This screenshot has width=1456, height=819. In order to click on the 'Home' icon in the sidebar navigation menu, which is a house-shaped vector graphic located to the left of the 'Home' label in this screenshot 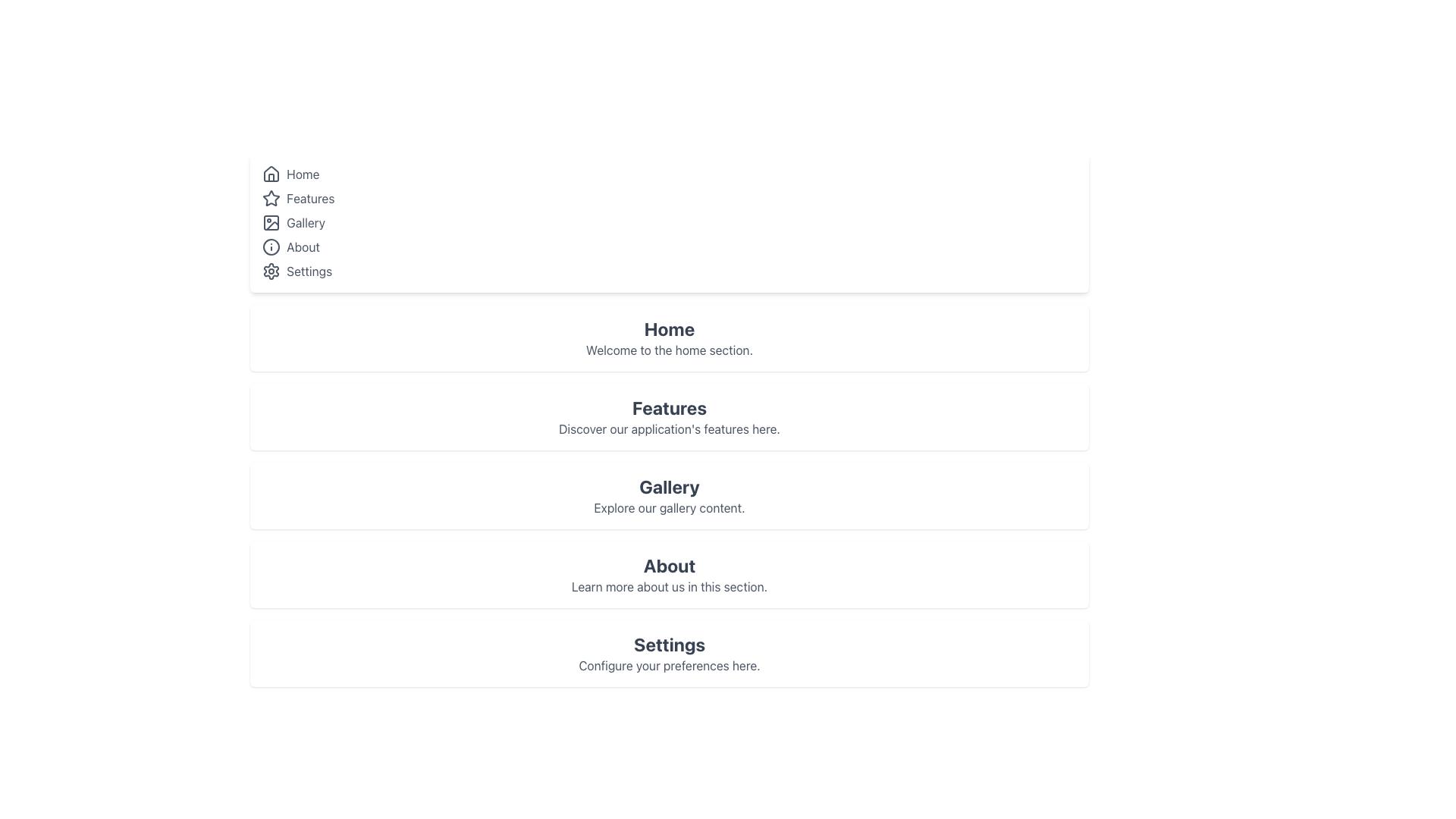, I will do `click(271, 173)`.